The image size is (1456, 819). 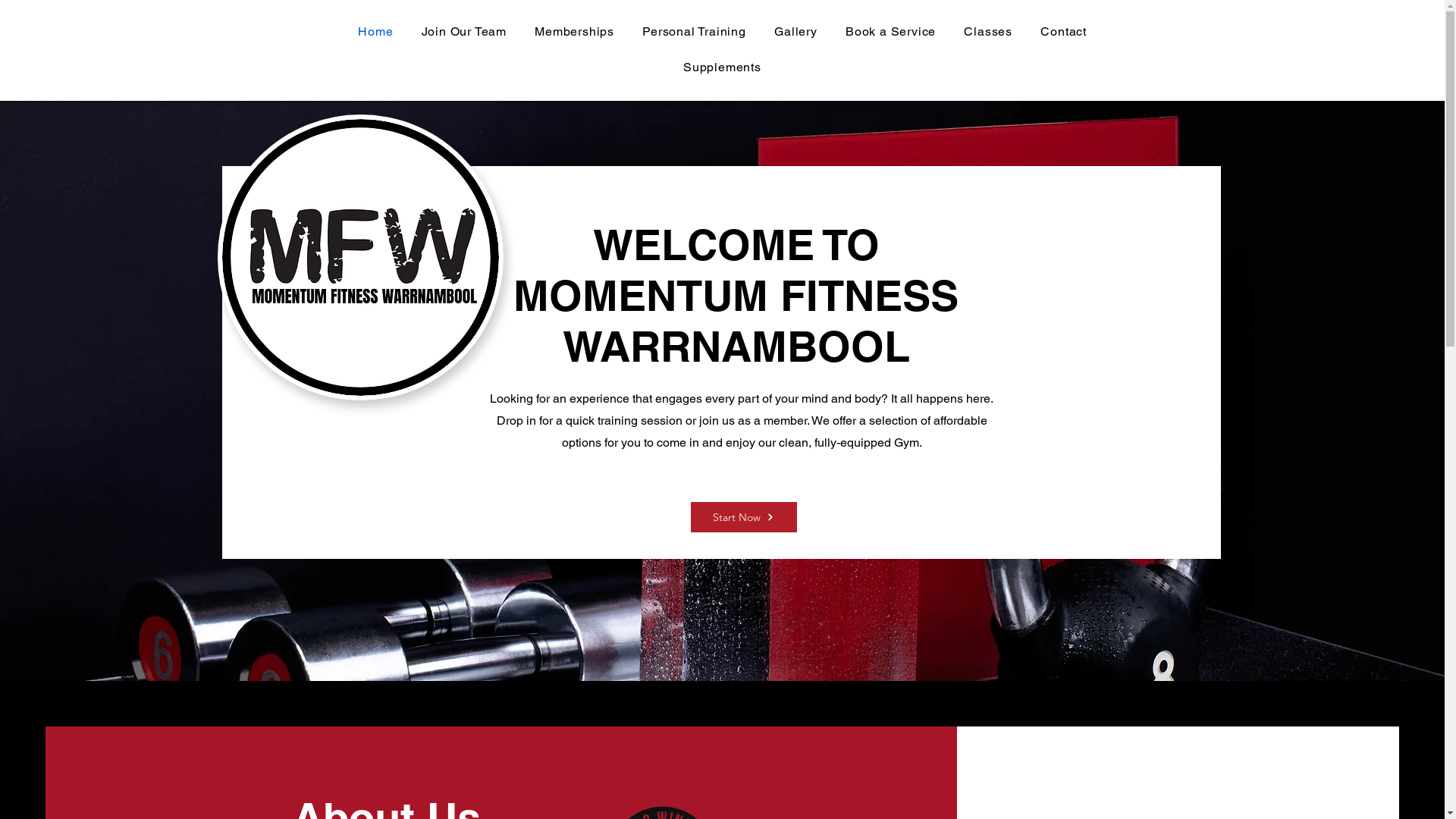 What do you see at coordinates (988, 31) in the screenshot?
I see `'Classes'` at bounding box center [988, 31].